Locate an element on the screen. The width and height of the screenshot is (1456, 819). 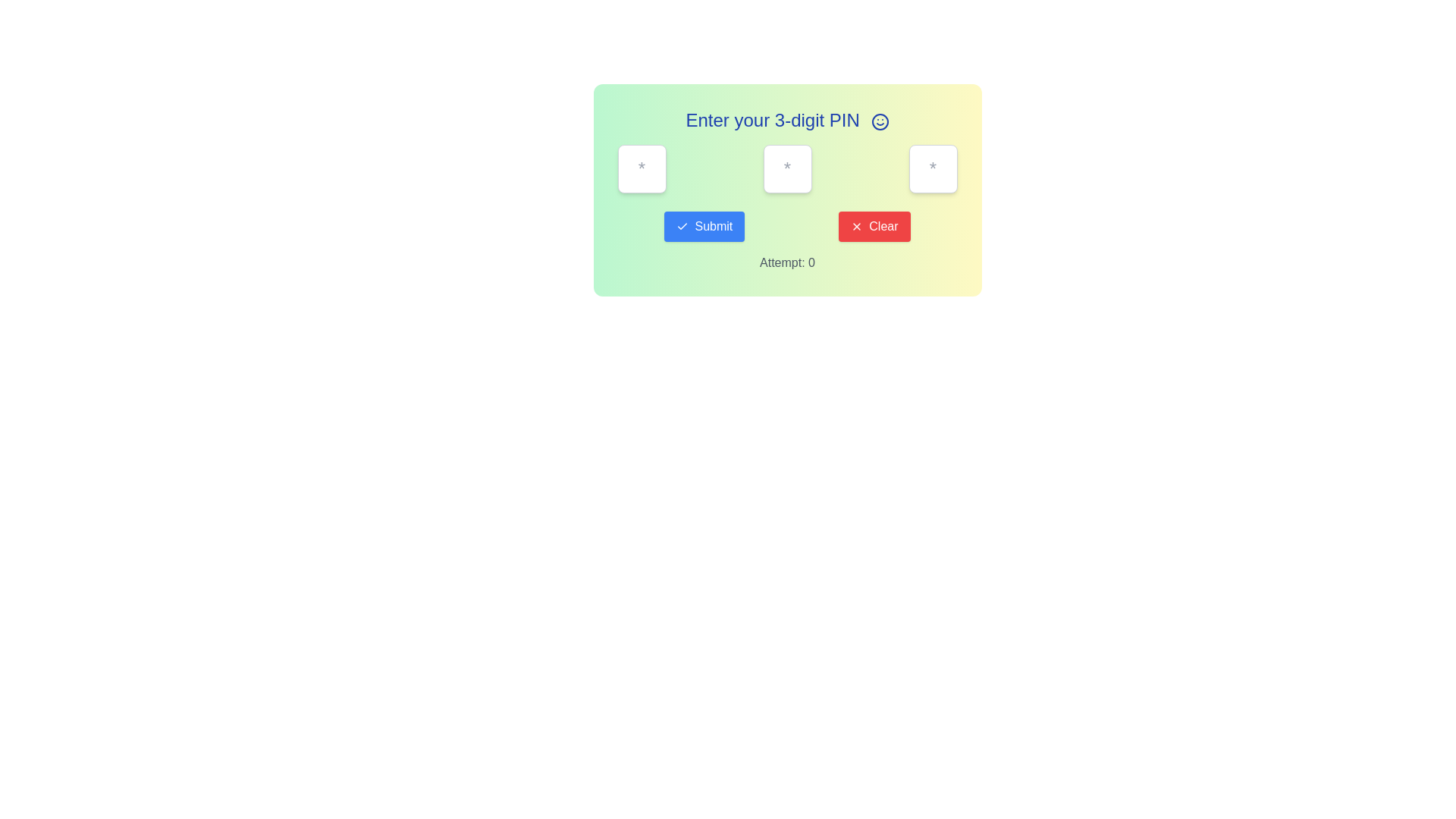
the SVG graphic of a checkmark located within the 'Submit' button, which indicates submission or confirmation is located at coordinates (682, 227).